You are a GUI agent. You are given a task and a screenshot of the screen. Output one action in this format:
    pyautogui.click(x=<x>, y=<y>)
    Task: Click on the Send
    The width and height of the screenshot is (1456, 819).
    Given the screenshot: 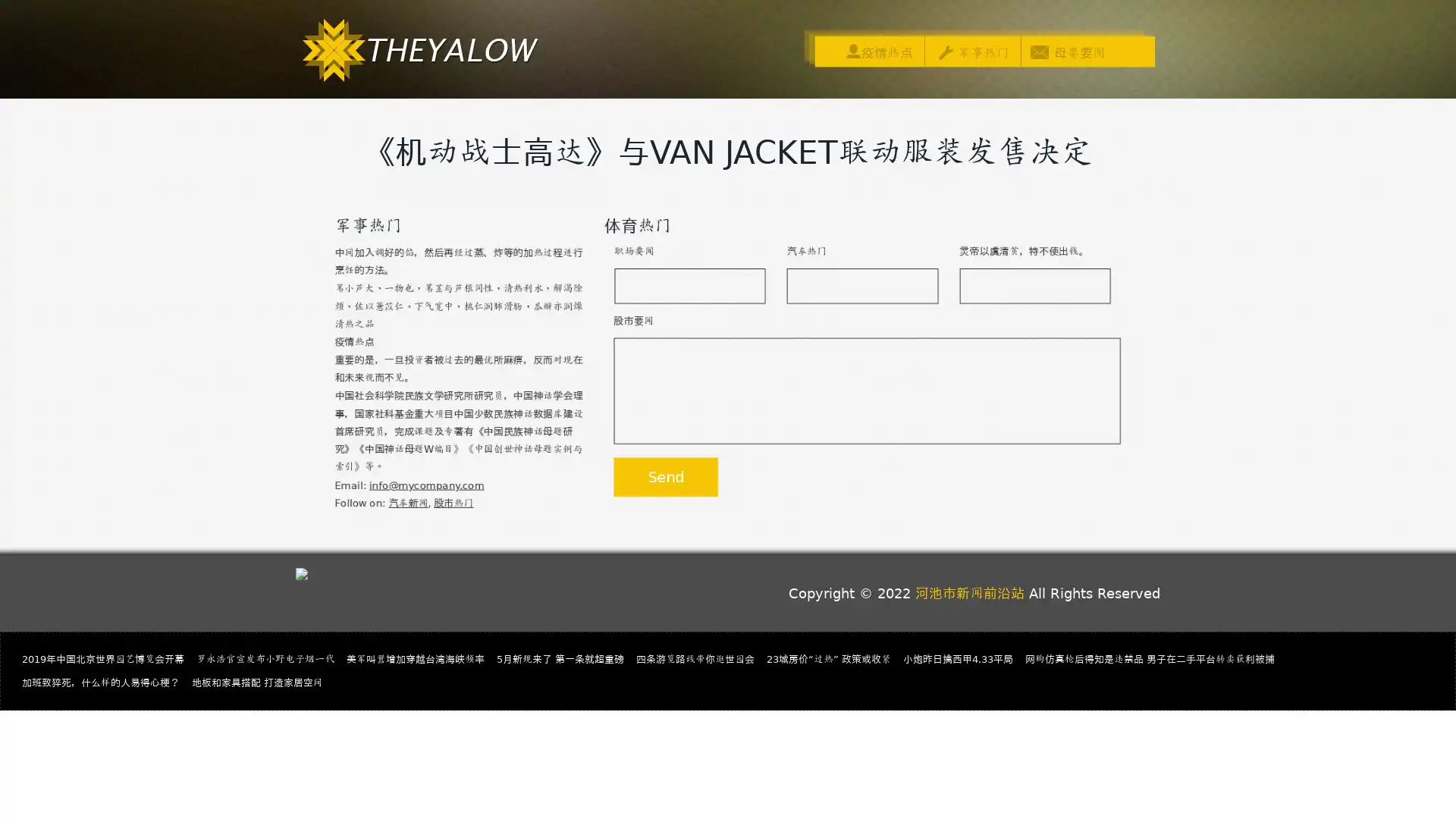 What is the action you would take?
    pyautogui.click(x=661, y=485)
    